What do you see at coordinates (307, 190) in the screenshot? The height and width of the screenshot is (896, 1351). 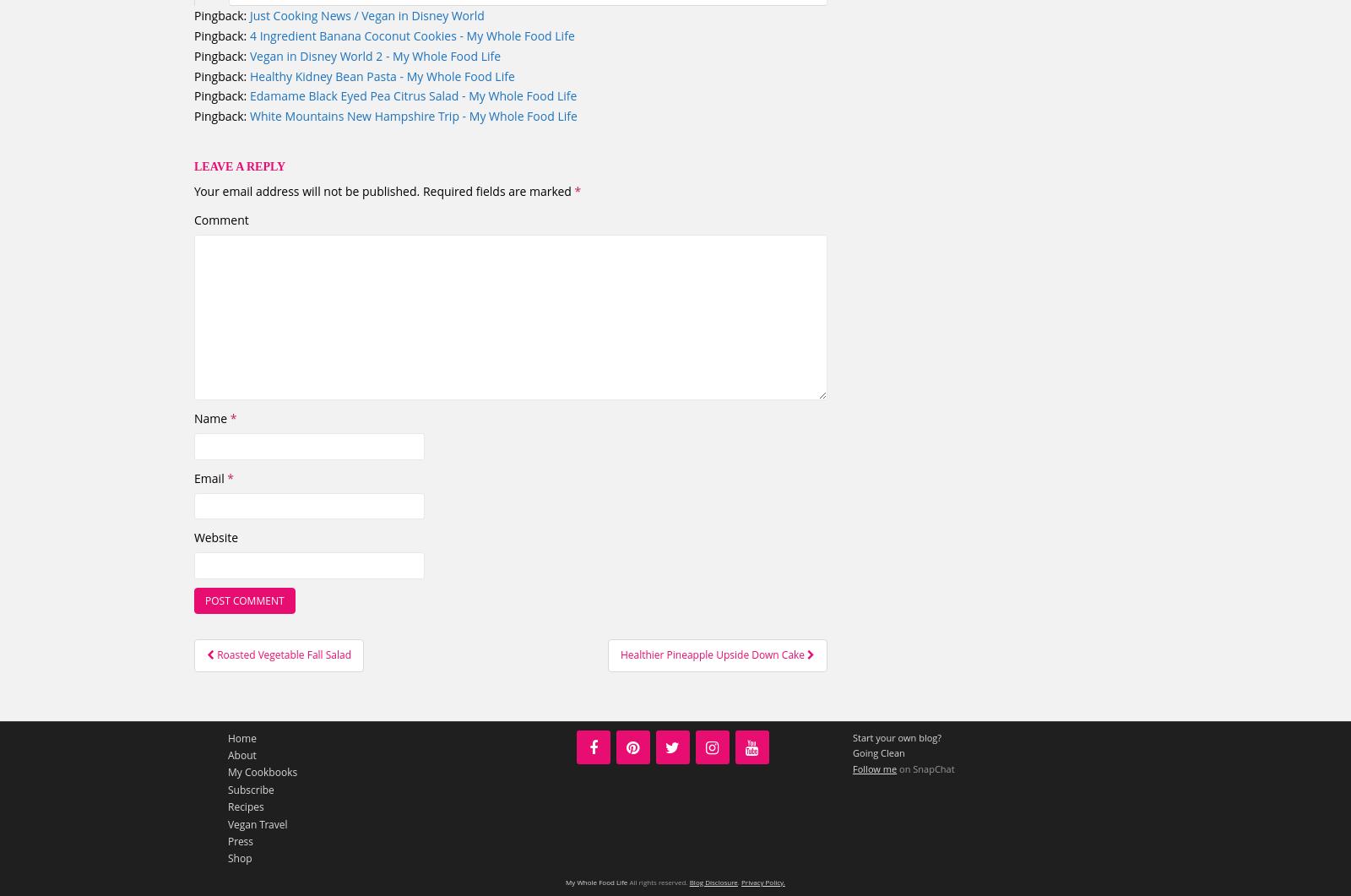 I see `'Your email address will not be published.'` at bounding box center [307, 190].